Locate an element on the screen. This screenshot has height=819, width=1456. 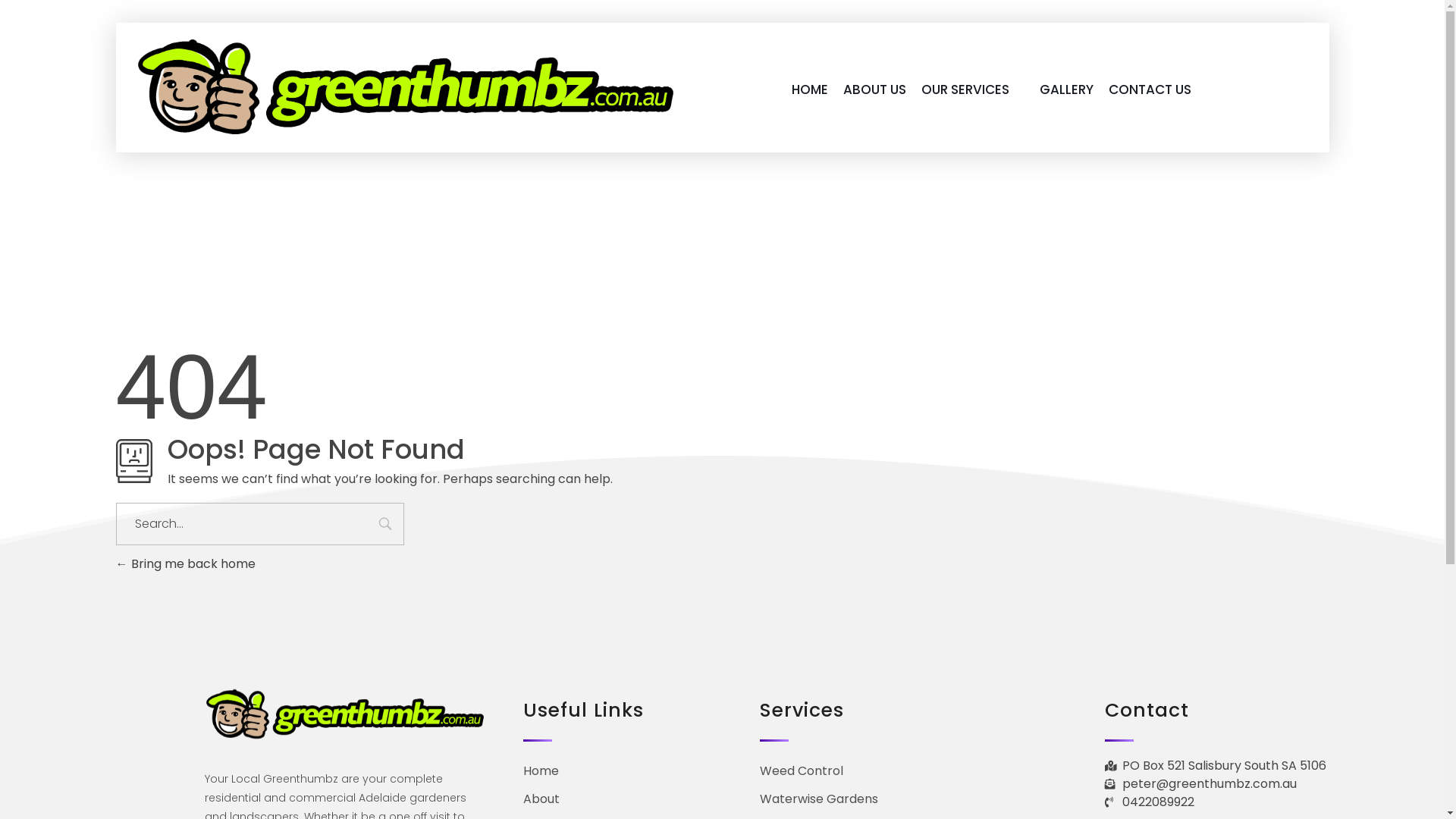
'About' is located at coordinates (541, 798).